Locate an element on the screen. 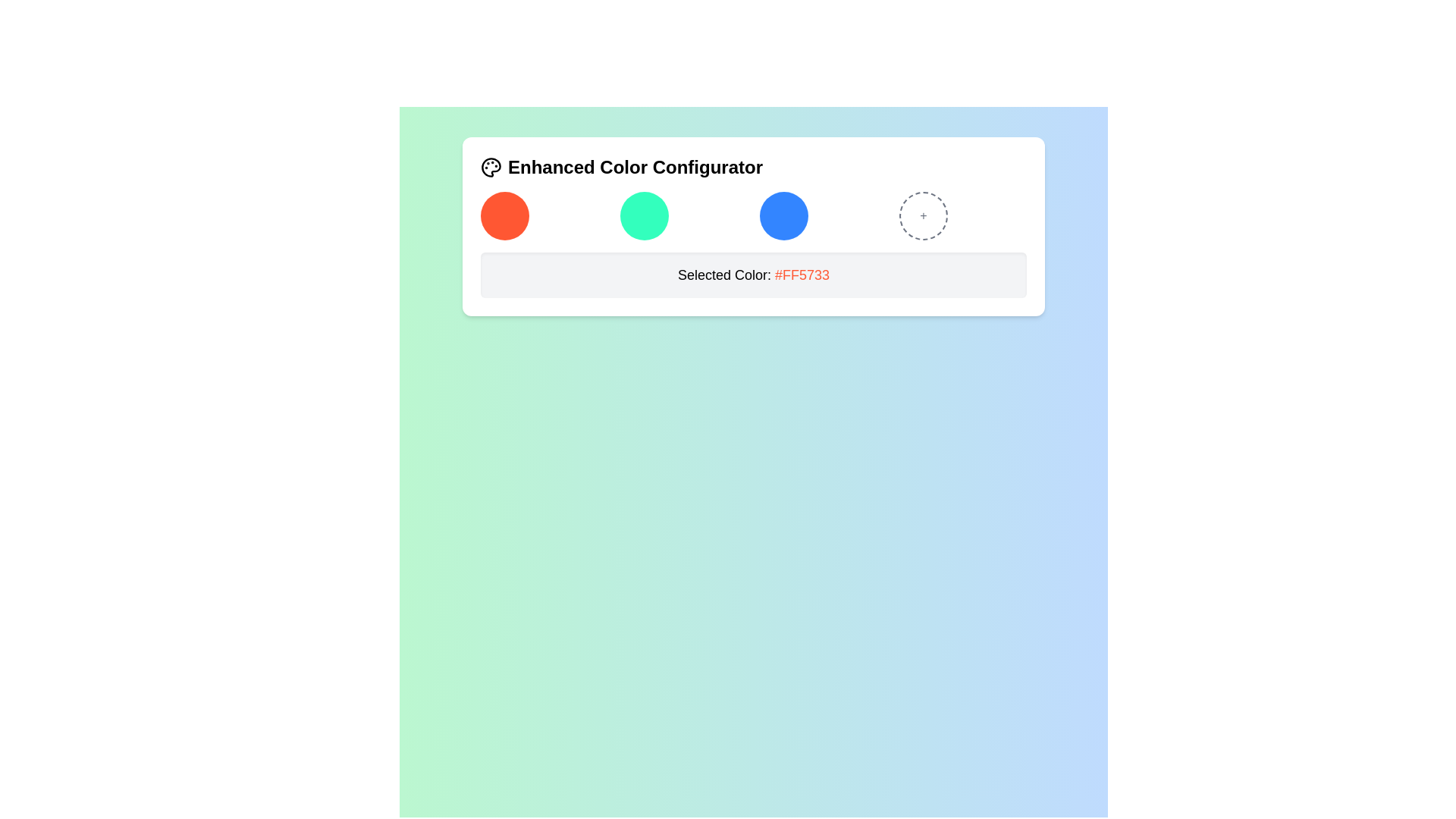 Image resolution: width=1456 pixels, height=819 pixels. the blue color selection button, which is the third circular button in a horizontal row, located between a green button and a dashed-outline circle is located at coordinates (783, 216).